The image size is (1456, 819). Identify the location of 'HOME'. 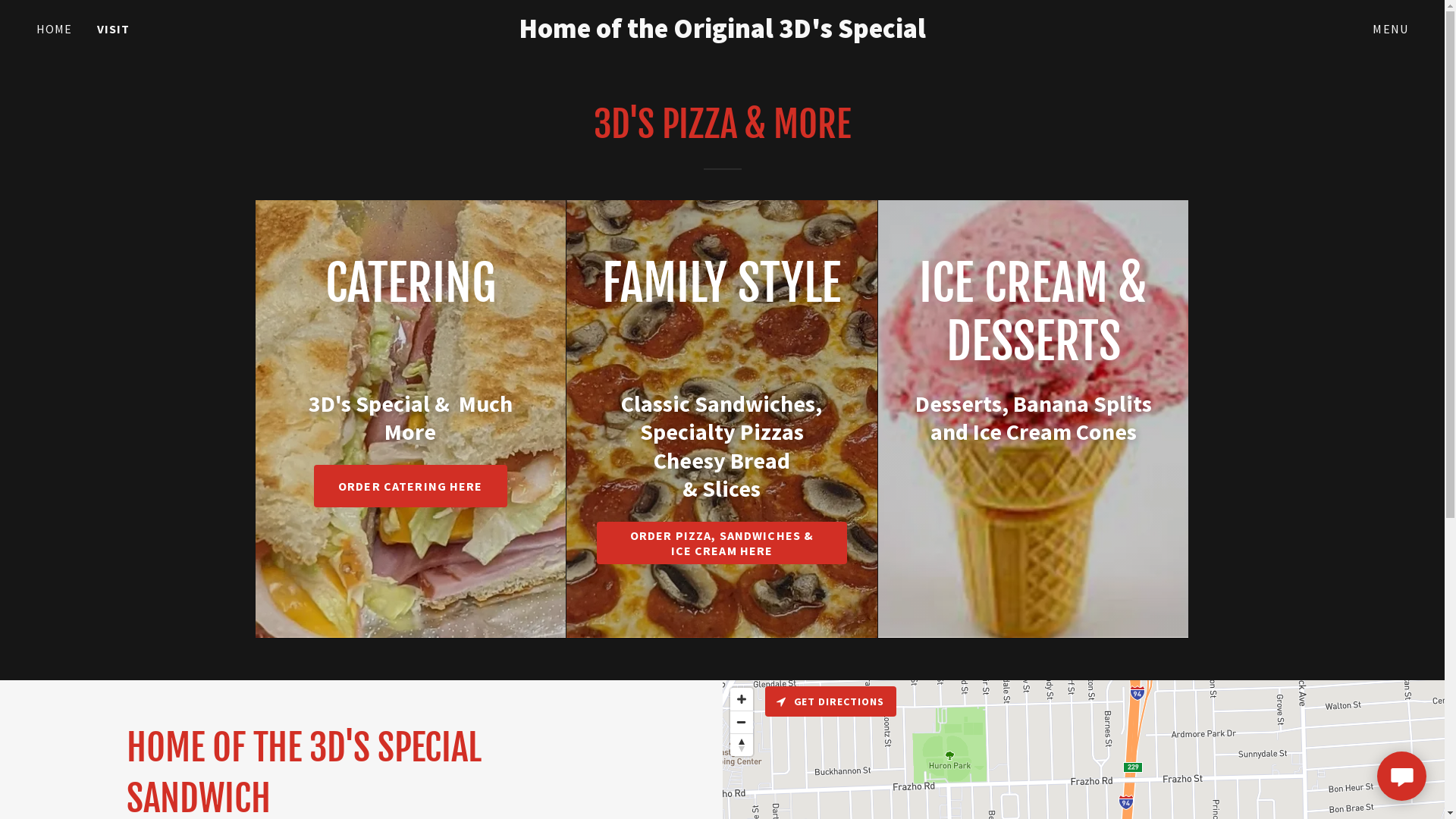
(55, 29).